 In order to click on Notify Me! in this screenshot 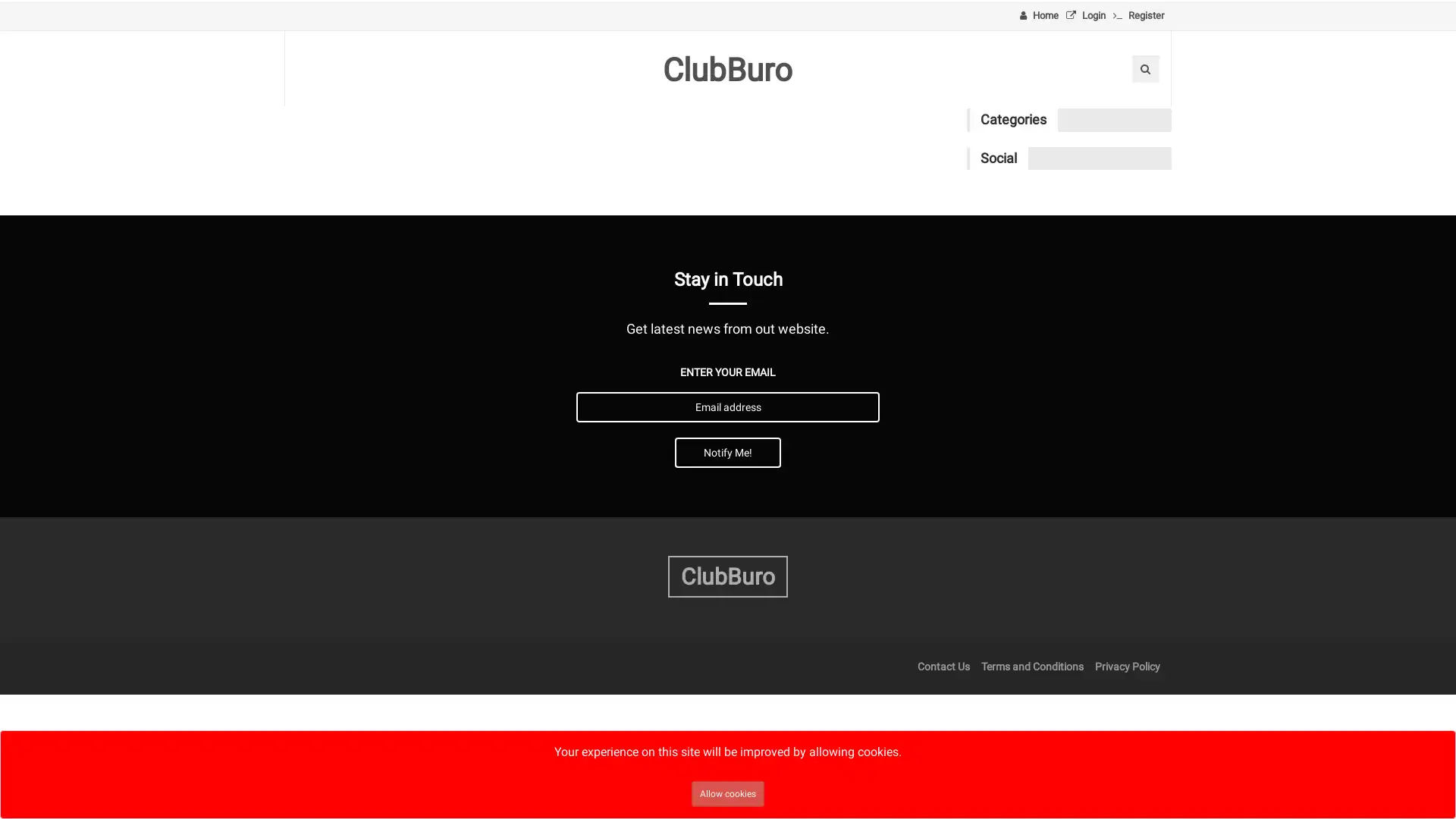, I will do `click(728, 452)`.